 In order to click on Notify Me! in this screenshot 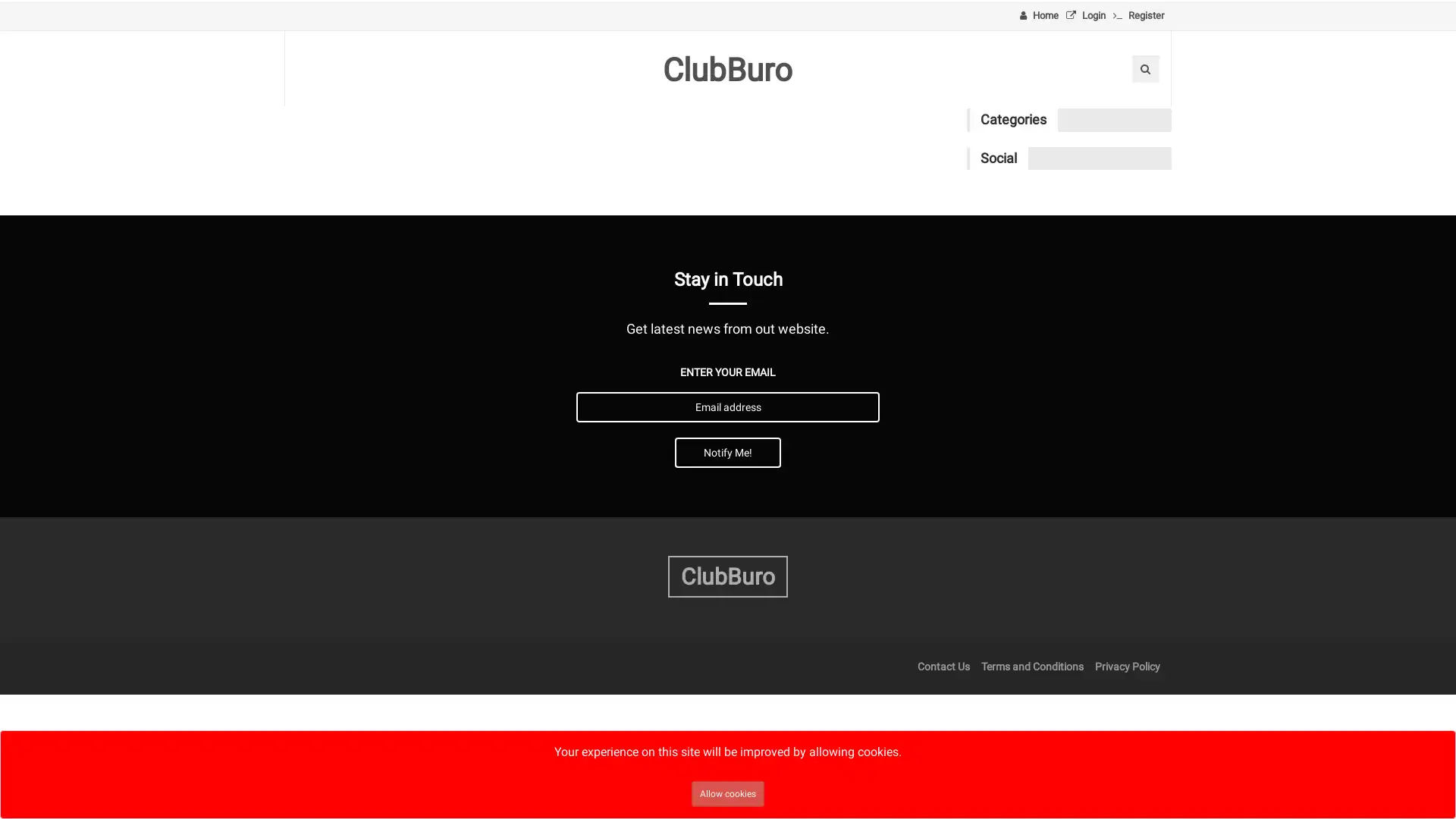, I will do `click(728, 452)`.